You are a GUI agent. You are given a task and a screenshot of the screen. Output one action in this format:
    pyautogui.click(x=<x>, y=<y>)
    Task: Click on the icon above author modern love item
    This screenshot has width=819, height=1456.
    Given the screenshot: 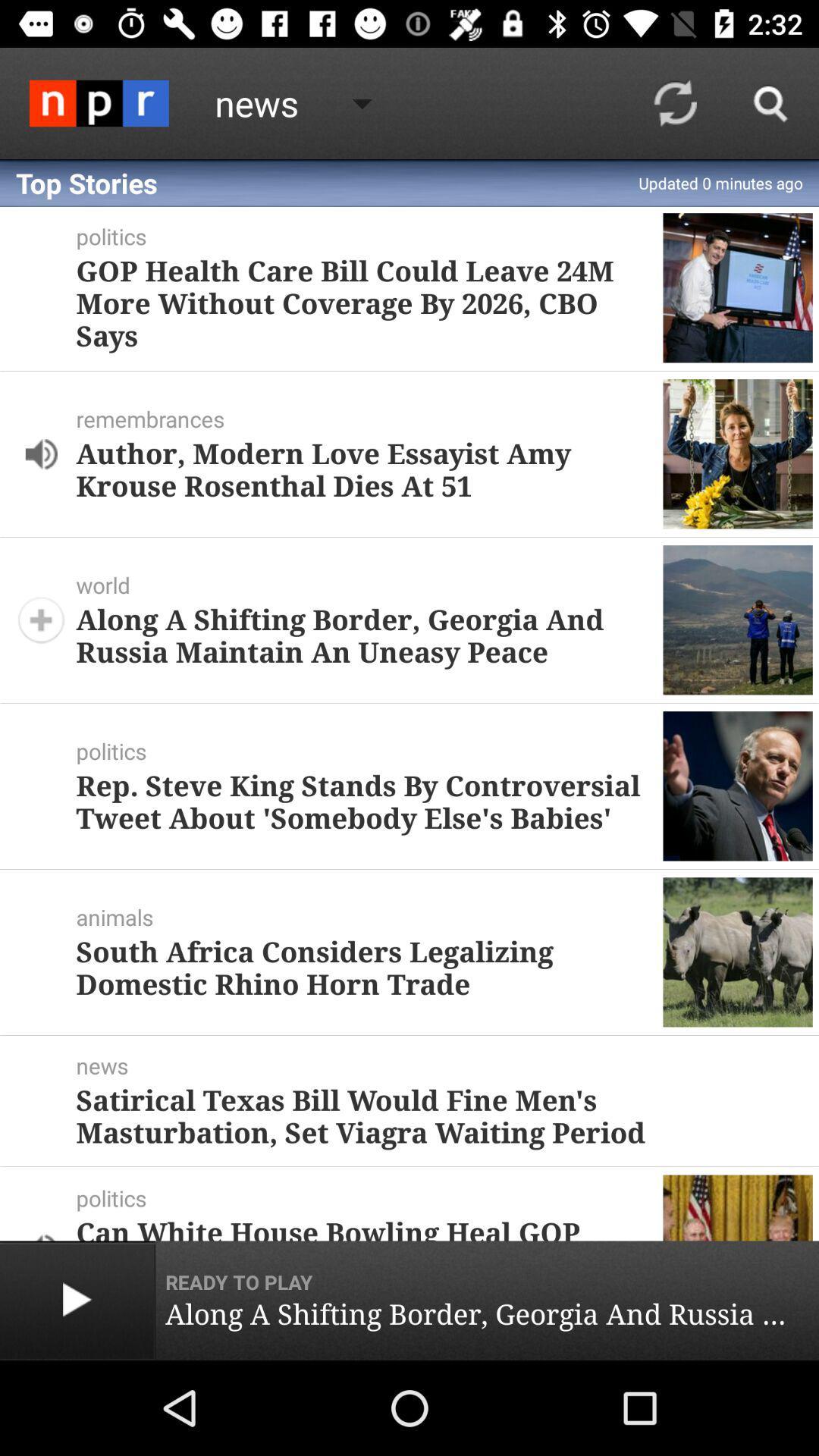 What is the action you would take?
    pyautogui.click(x=369, y=419)
    